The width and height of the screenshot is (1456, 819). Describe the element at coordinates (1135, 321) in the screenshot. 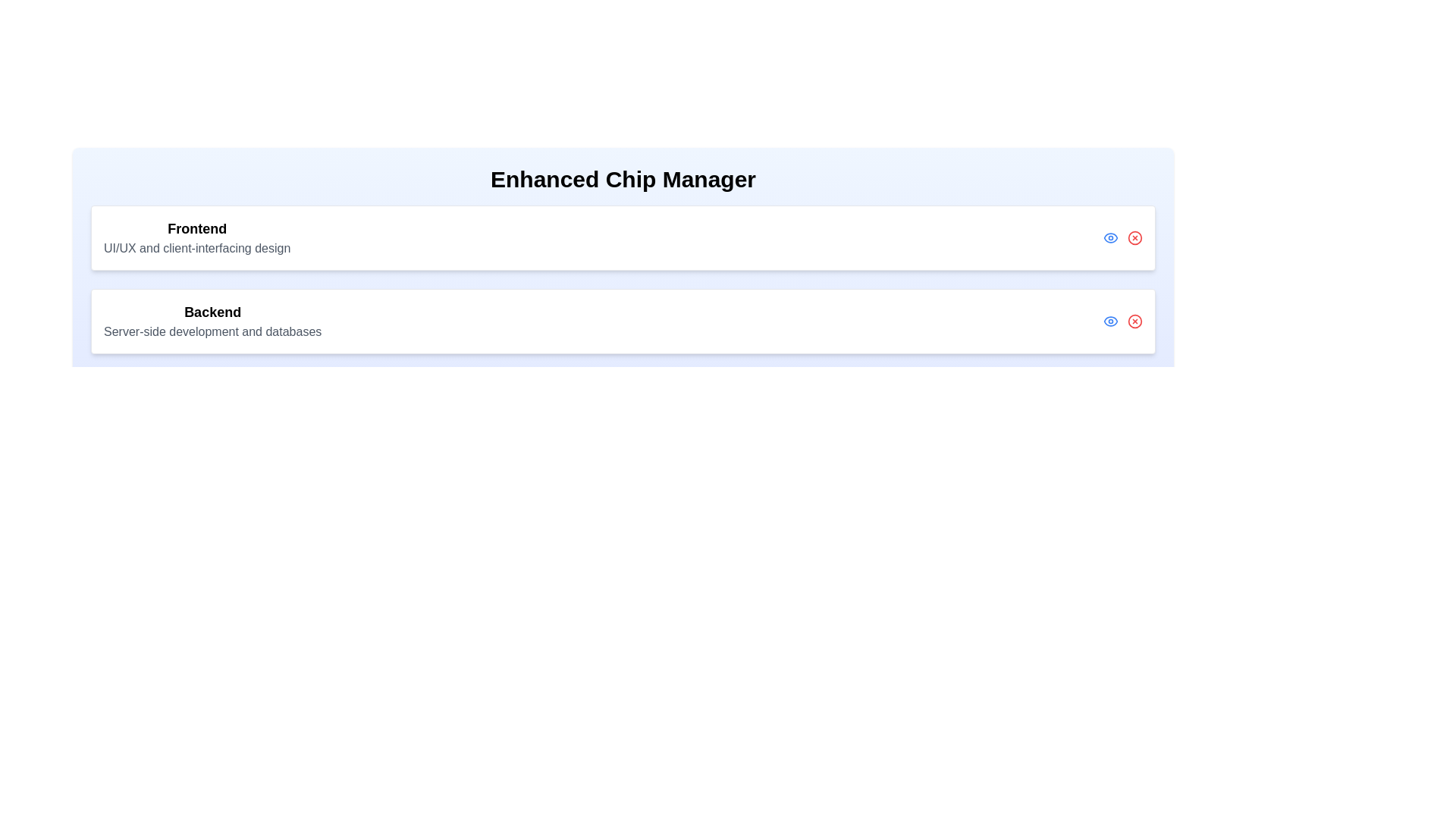

I see `remove button for the item with the name Backend` at that location.